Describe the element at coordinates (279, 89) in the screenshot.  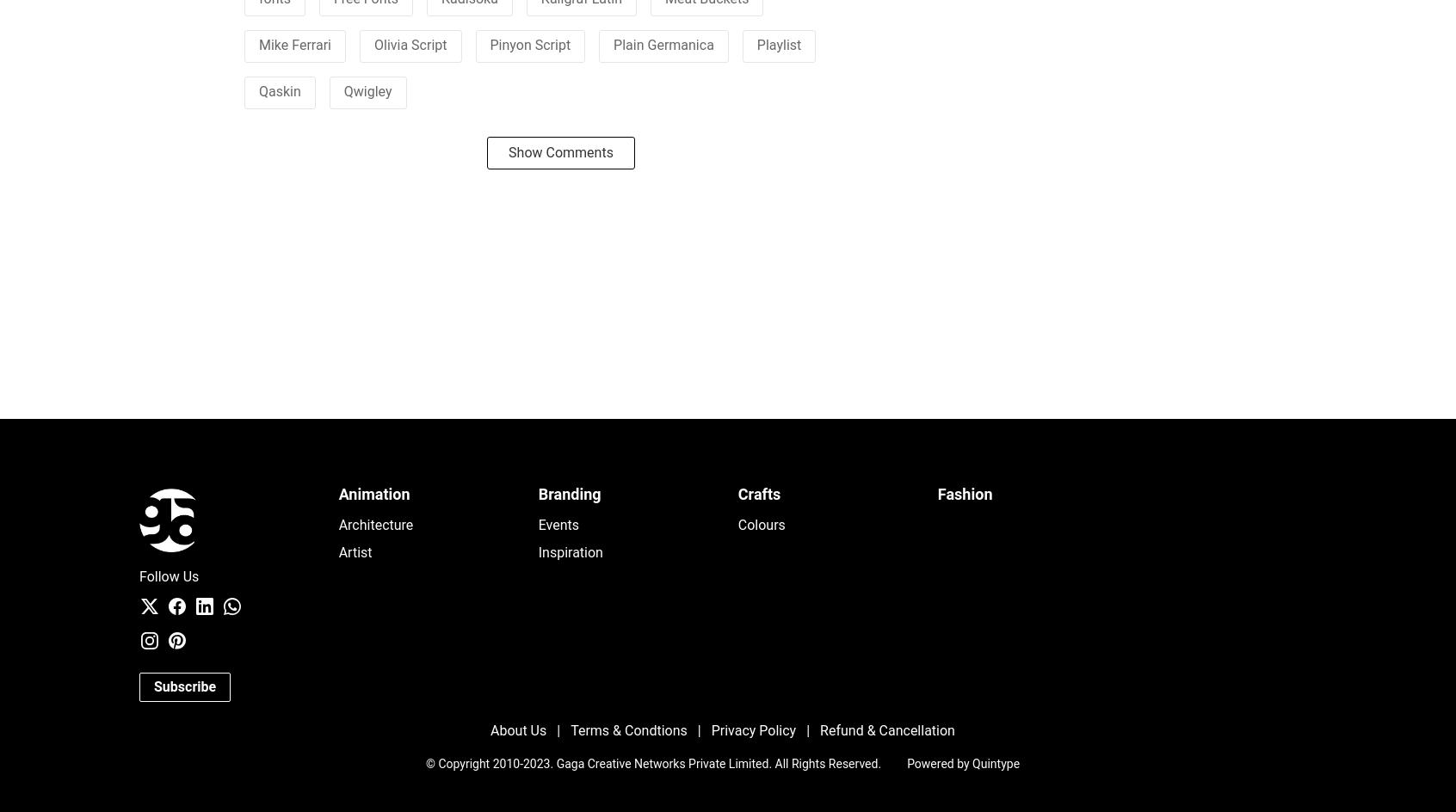
I see `'Qaskin'` at that location.